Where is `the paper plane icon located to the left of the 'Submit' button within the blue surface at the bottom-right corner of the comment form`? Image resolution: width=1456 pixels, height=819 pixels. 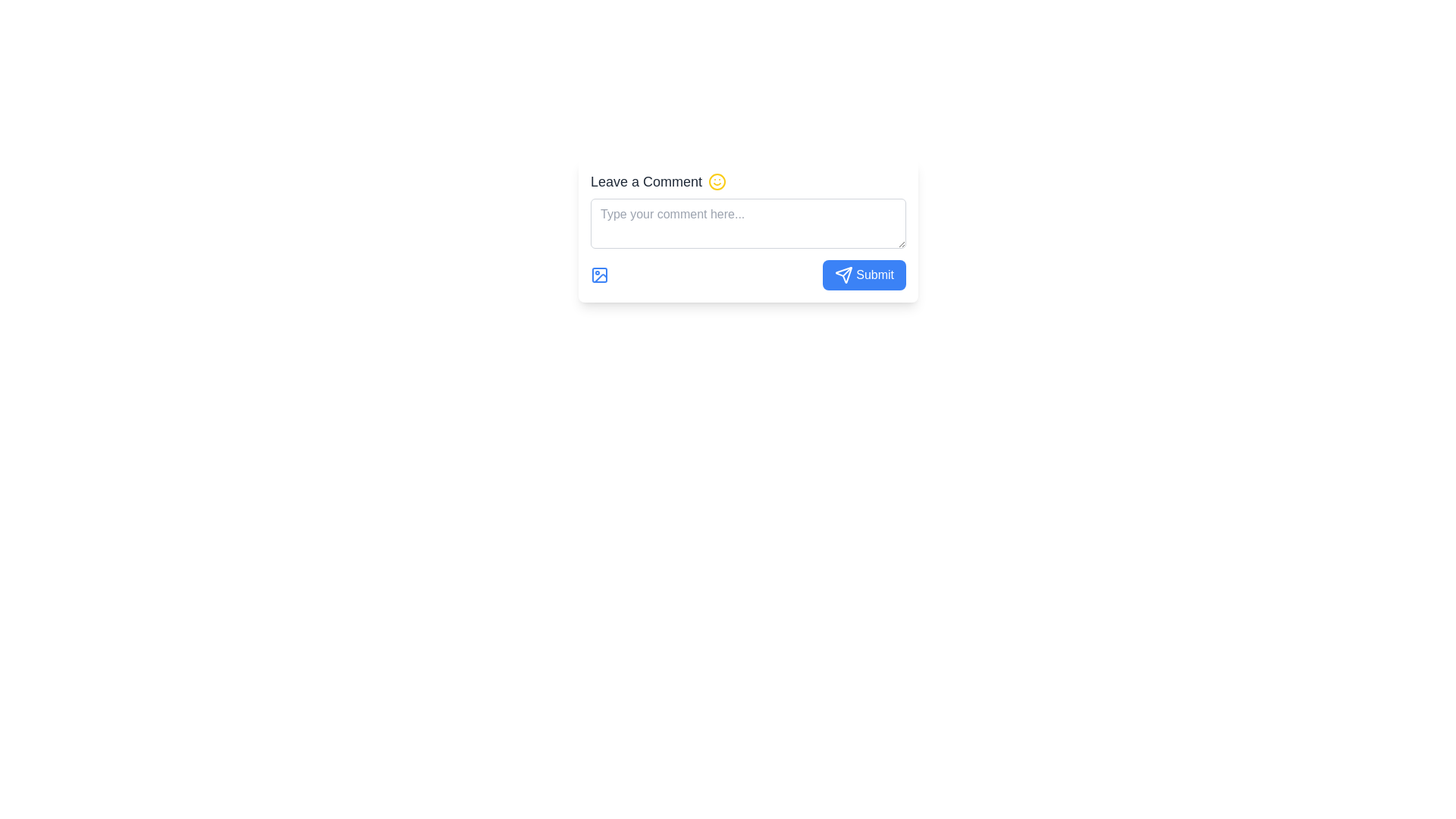 the paper plane icon located to the left of the 'Submit' button within the blue surface at the bottom-right corner of the comment form is located at coordinates (843, 275).